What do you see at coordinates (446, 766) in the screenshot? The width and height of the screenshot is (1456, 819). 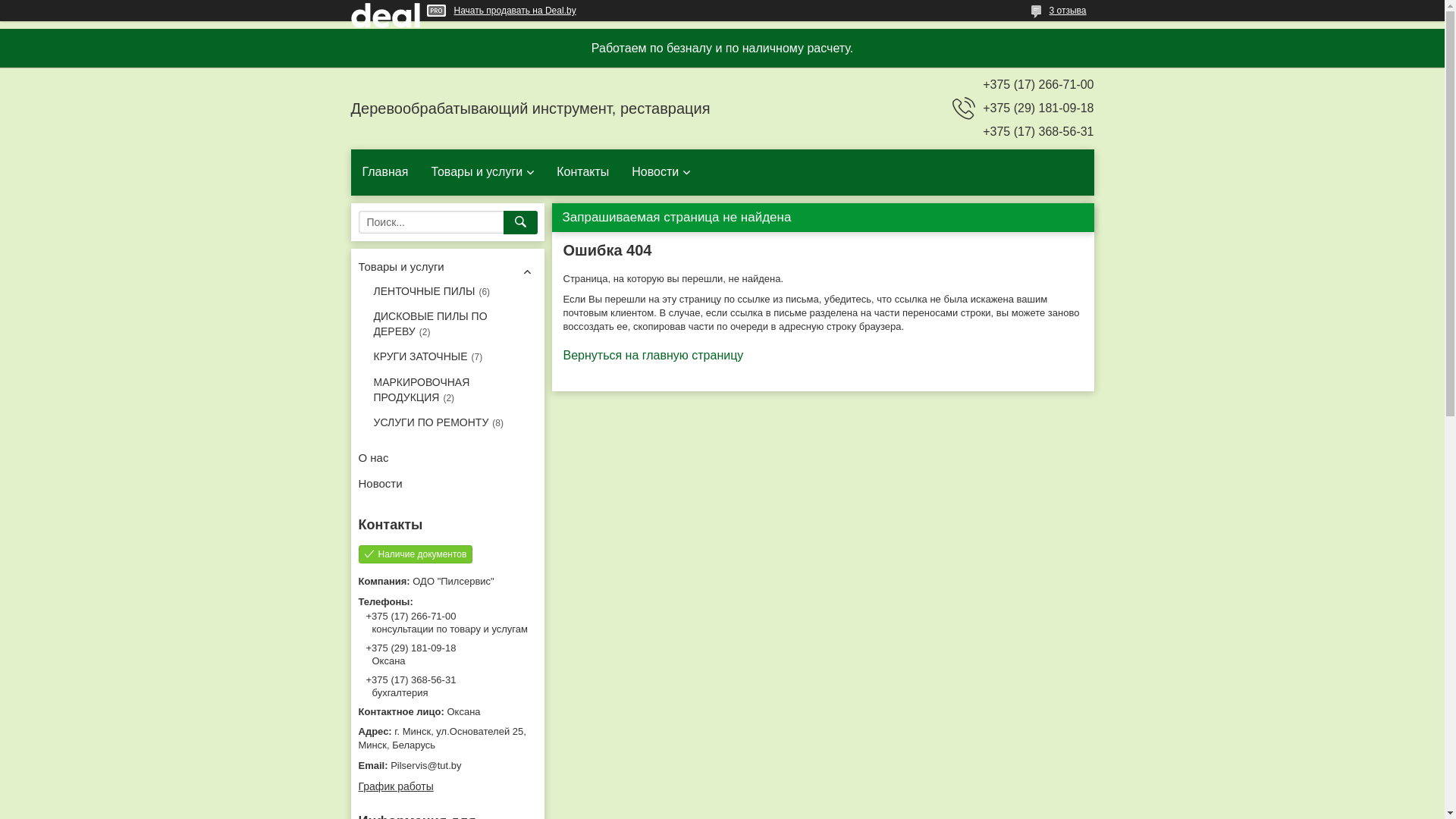 I see `'Pilservis@tut.by'` at bounding box center [446, 766].